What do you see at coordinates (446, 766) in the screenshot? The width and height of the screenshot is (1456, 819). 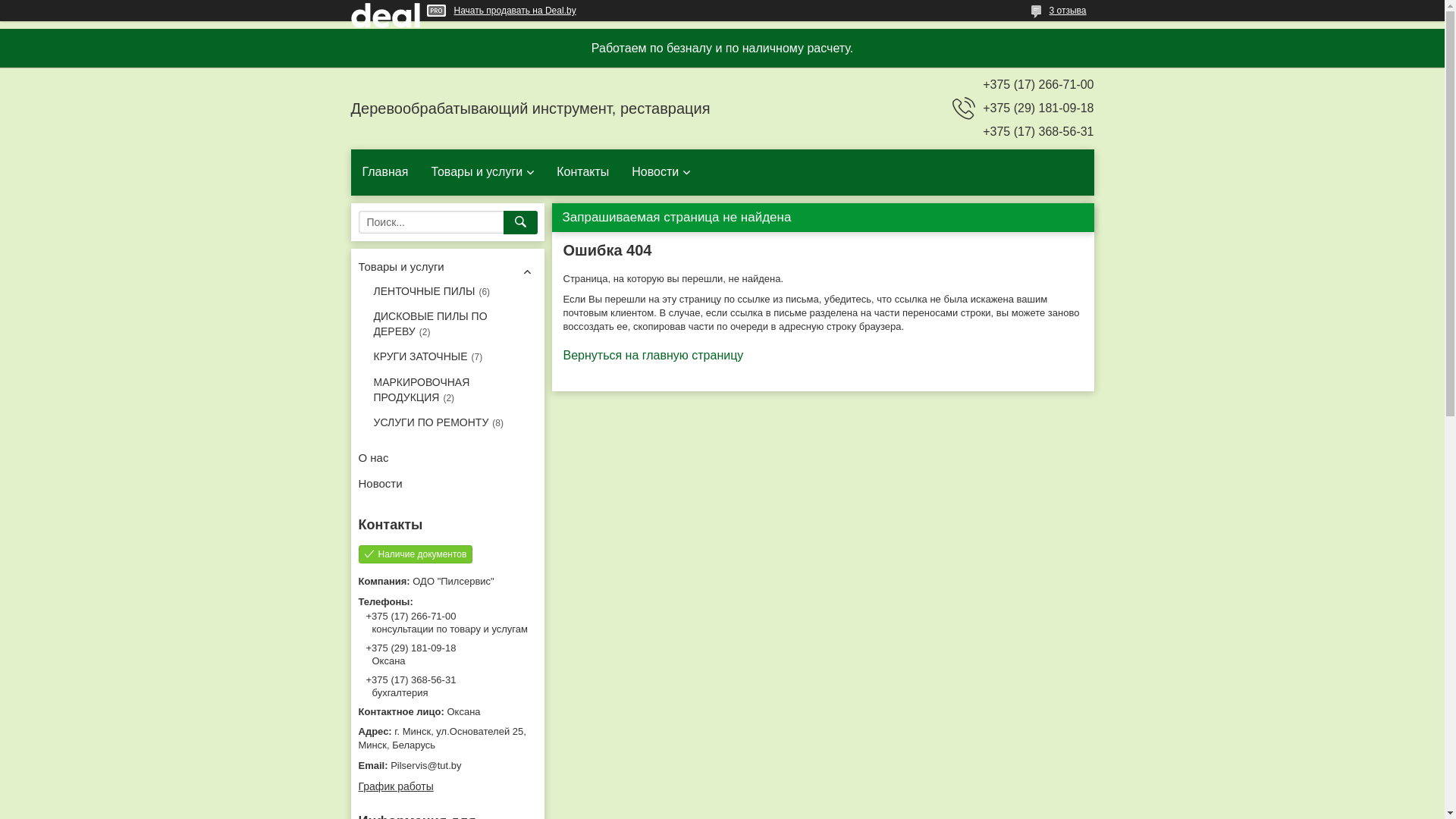 I see `'Pilservis@tut.by'` at bounding box center [446, 766].